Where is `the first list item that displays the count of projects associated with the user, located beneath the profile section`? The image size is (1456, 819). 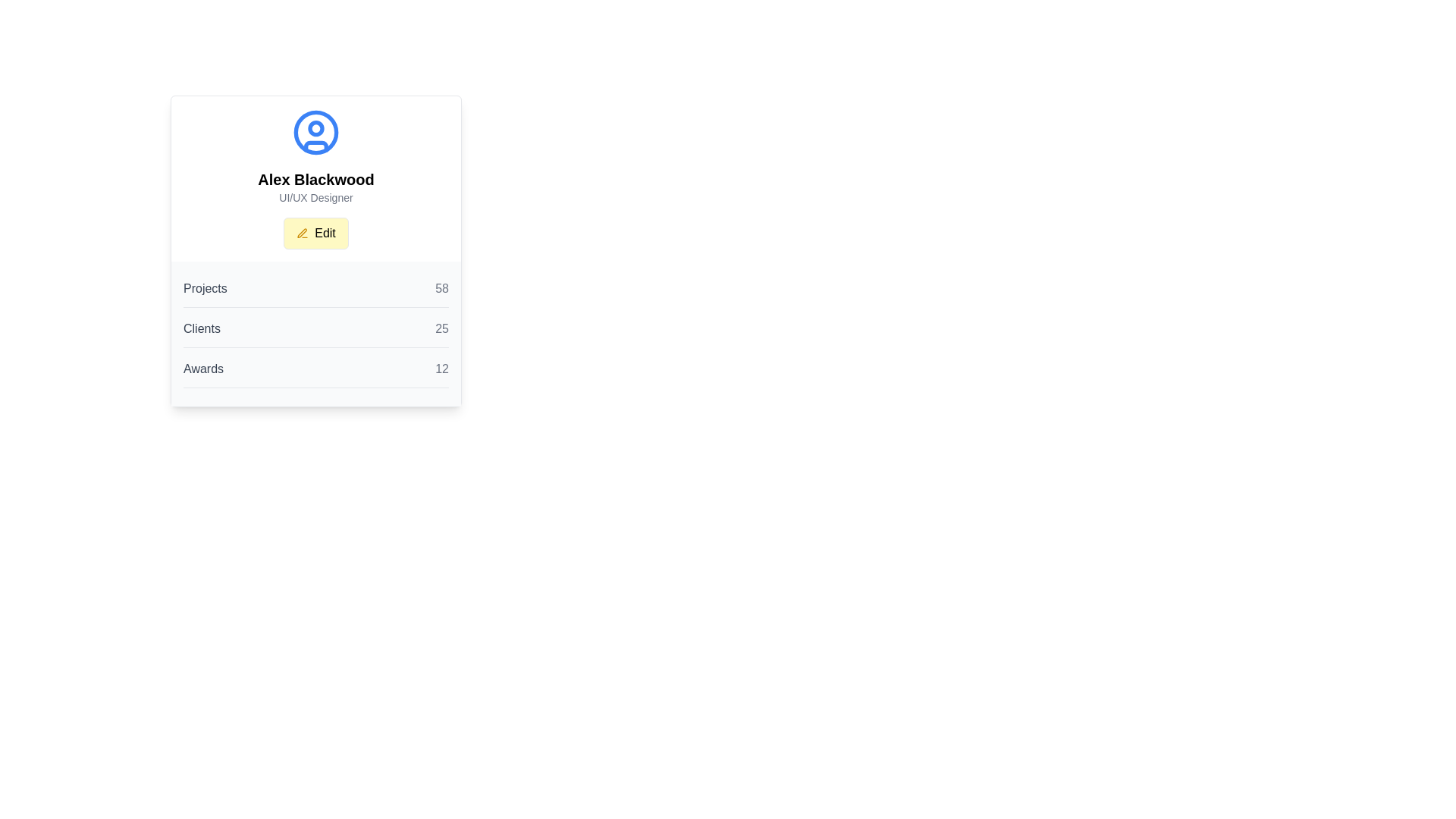 the first list item that displays the count of projects associated with the user, located beneath the profile section is located at coordinates (315, 293).